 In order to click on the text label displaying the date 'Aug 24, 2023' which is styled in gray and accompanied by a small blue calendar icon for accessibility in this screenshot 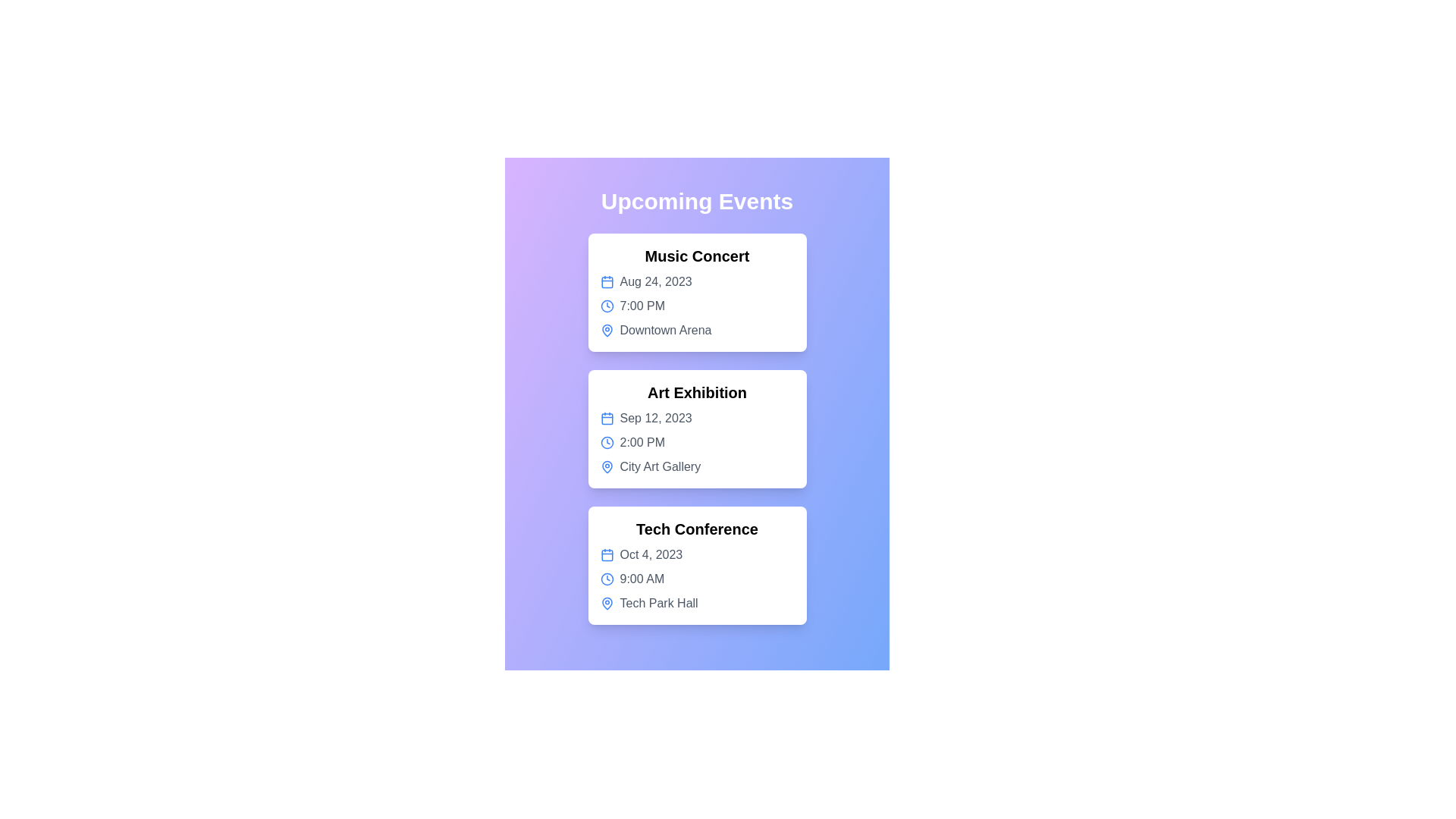, I will do `click(696, 281)`.